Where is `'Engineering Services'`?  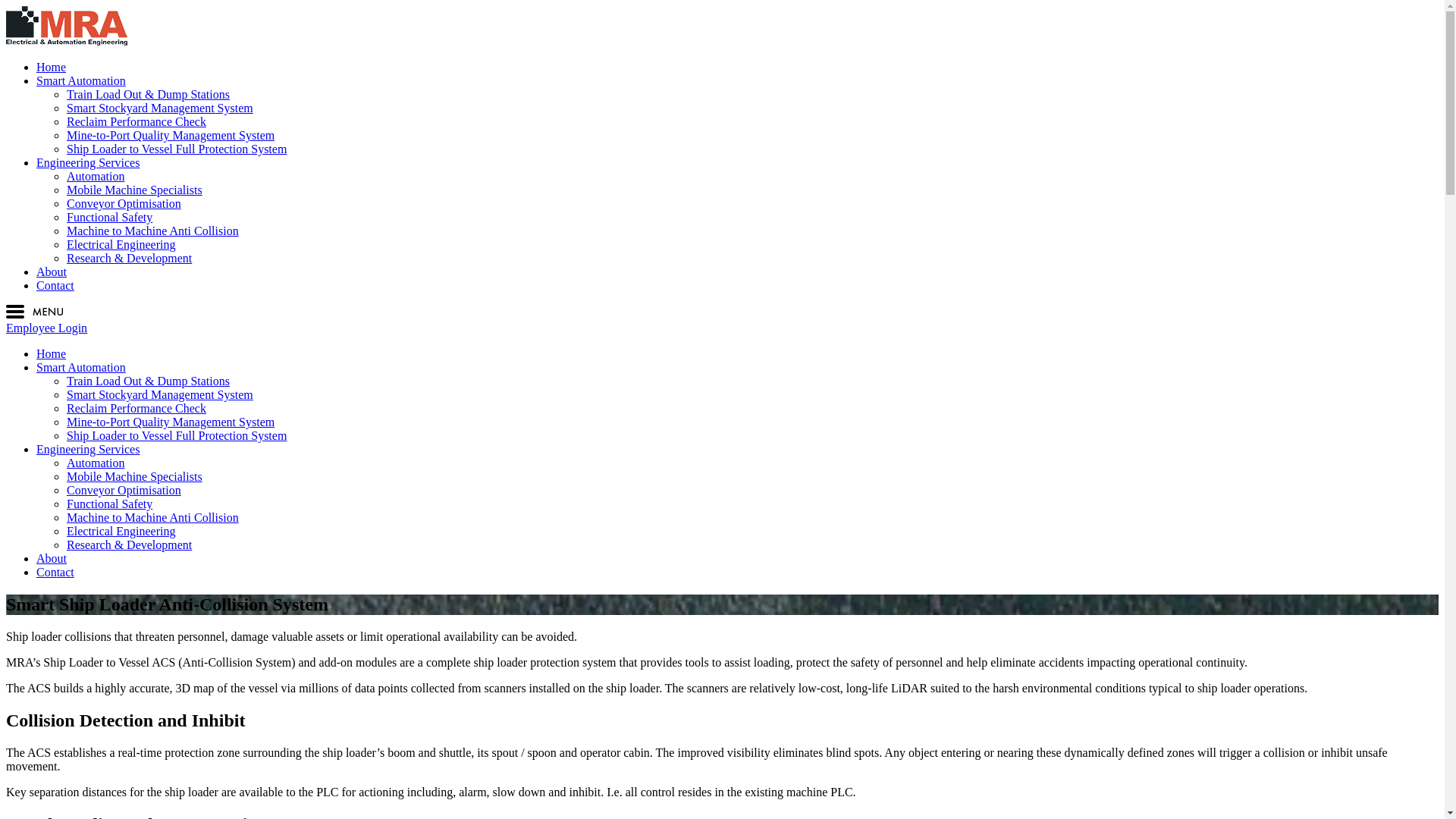
'Engineering Services' is located at coordinates (86, 448).